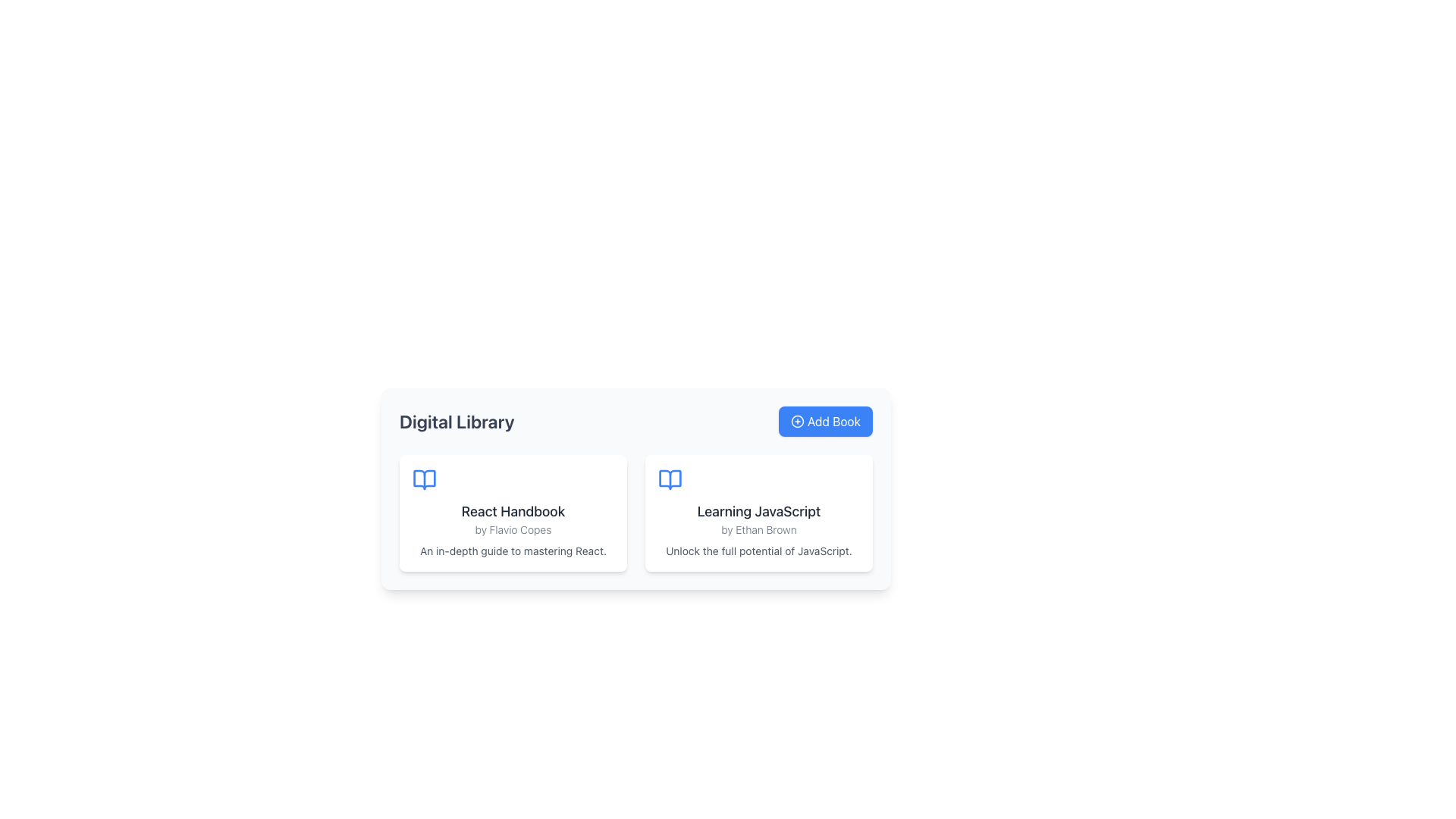 The image size is (1456, 819). What do you see at coordinates (636, 513) in the screenshot?
I see `the grid containing book listing components to trigger styling changes for each book section` at bounding box center [636, 513].